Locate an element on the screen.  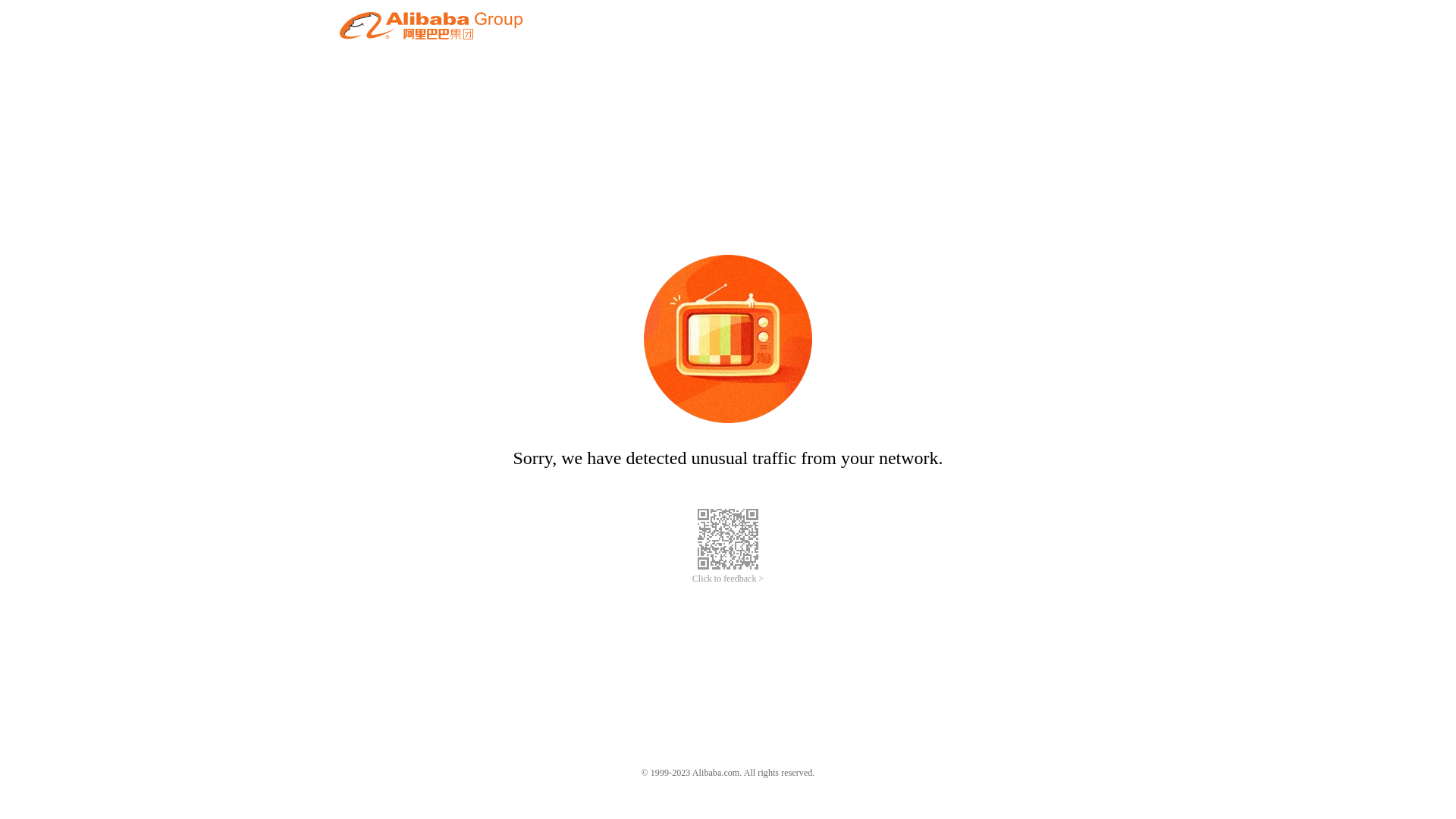
'Click to feedback >' is located at coordinates (728, 579).